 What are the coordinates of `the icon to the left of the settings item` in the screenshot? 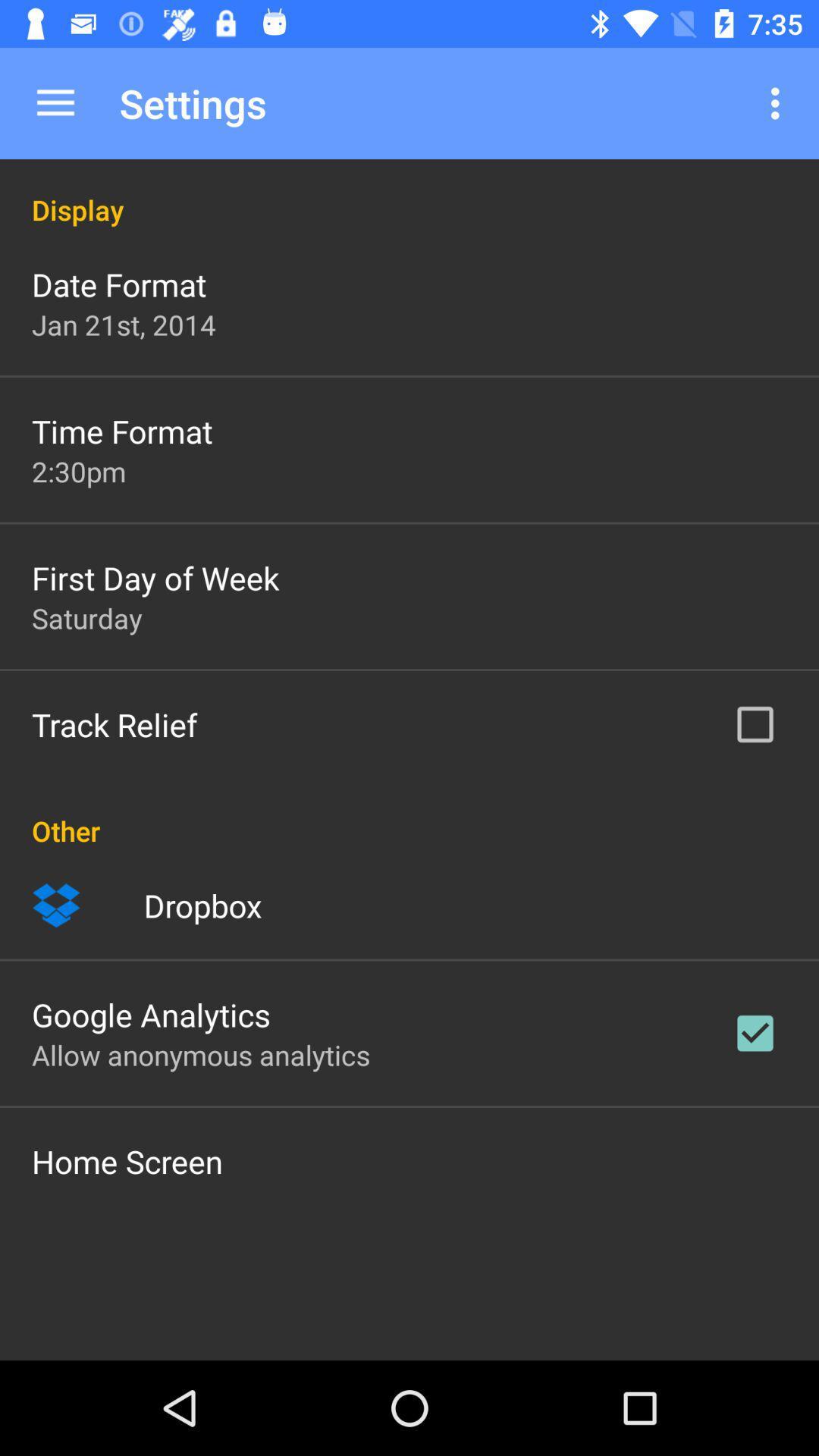 It's located at (55, 102).